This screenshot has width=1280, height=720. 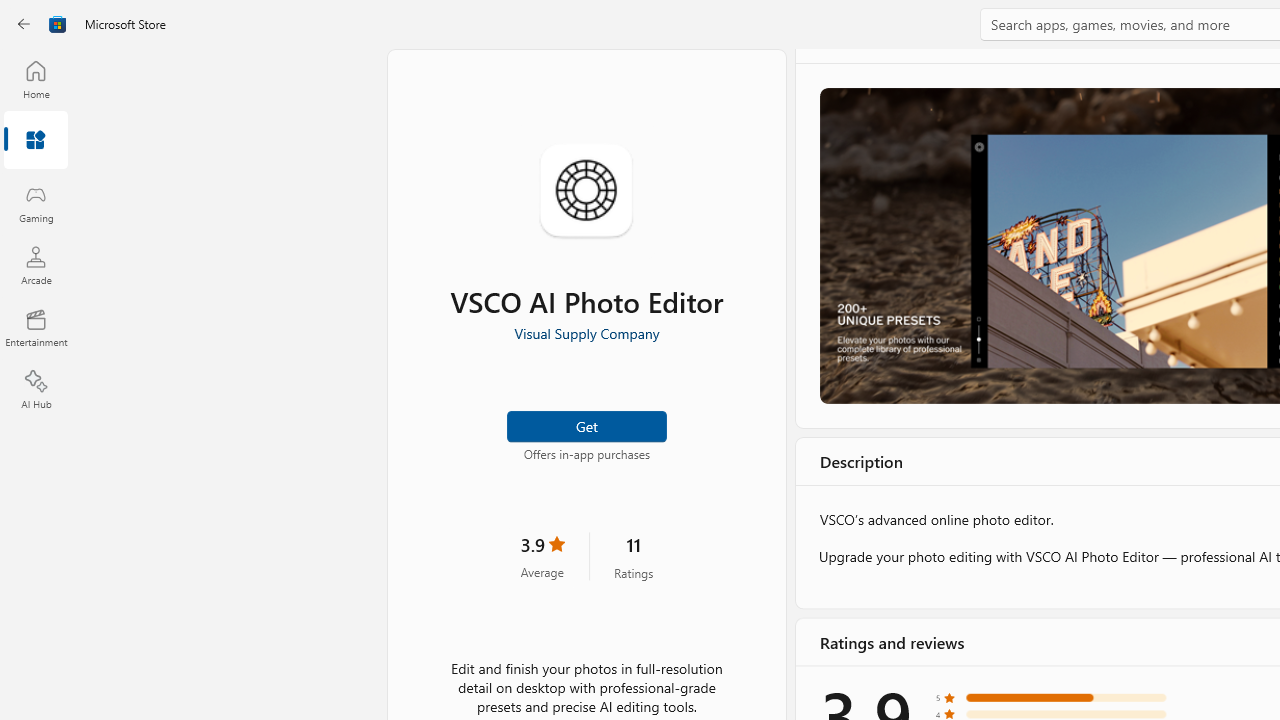 What do you see at coordinates (585, 424) in the screenshot?
I see `'Get'` at bounding box center [585, 424].